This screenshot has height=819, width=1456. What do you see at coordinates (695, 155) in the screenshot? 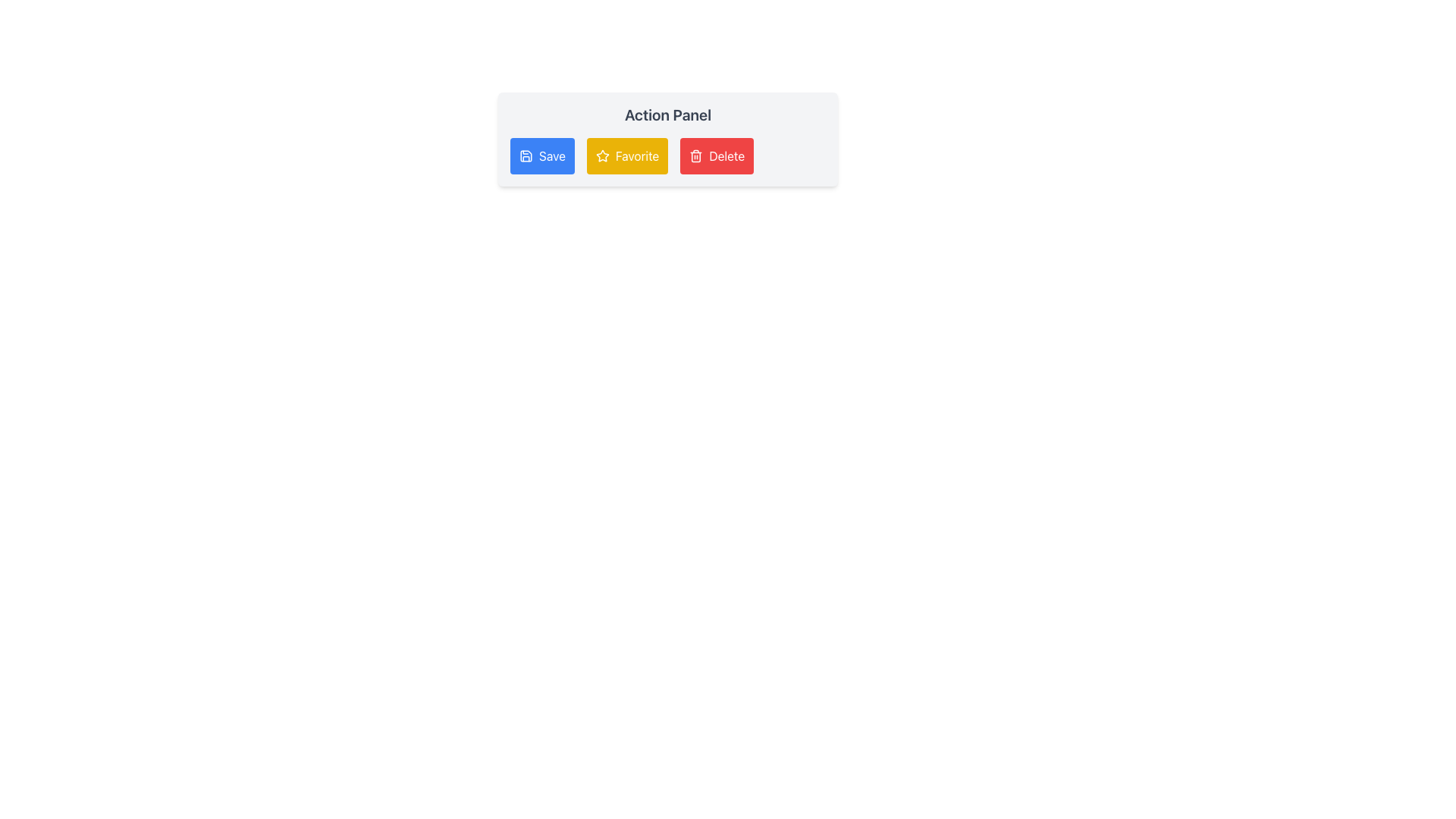
I see `the trash bin icon located to the left of the 'Delete' label within the red button, which is the leftmost part of the 'Delete' button` at bounding box center [695, 155].